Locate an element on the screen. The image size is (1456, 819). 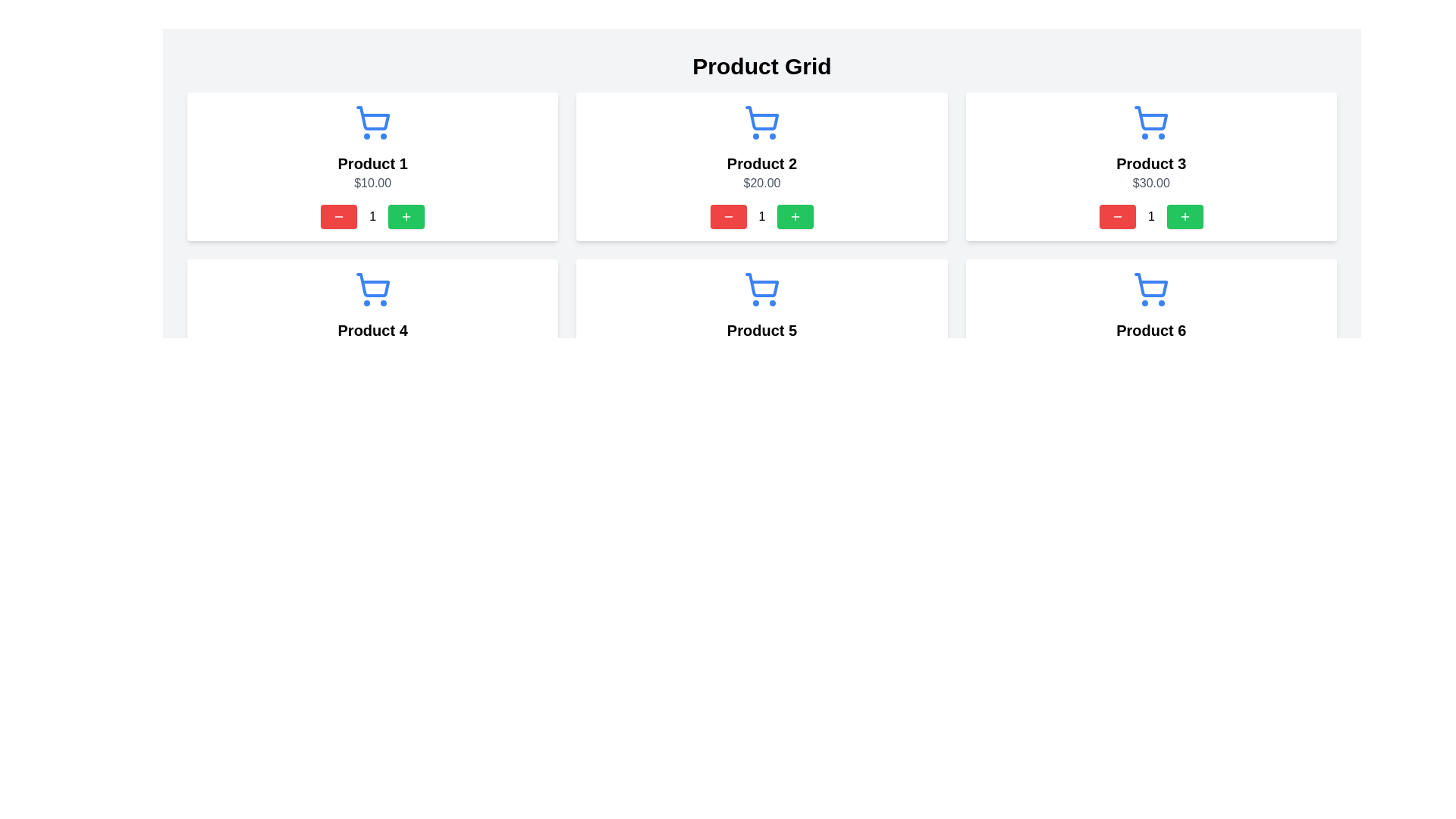
the text label reading 'Product 5' is located at coordinates (761, 329).